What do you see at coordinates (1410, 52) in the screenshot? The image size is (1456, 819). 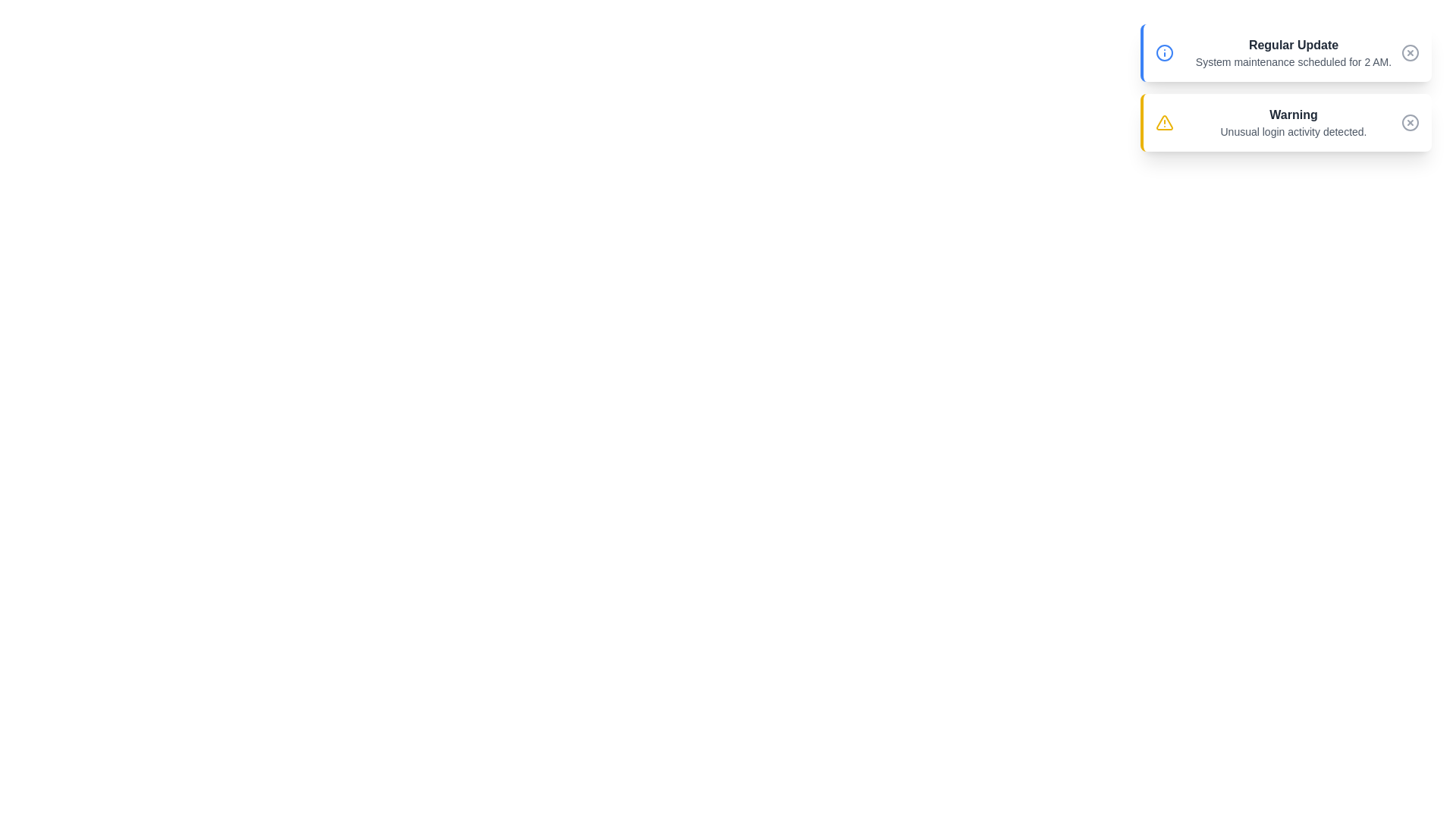 I see `dismiss button for the notification titled Regular Update` at bounding box center [1410, 52].